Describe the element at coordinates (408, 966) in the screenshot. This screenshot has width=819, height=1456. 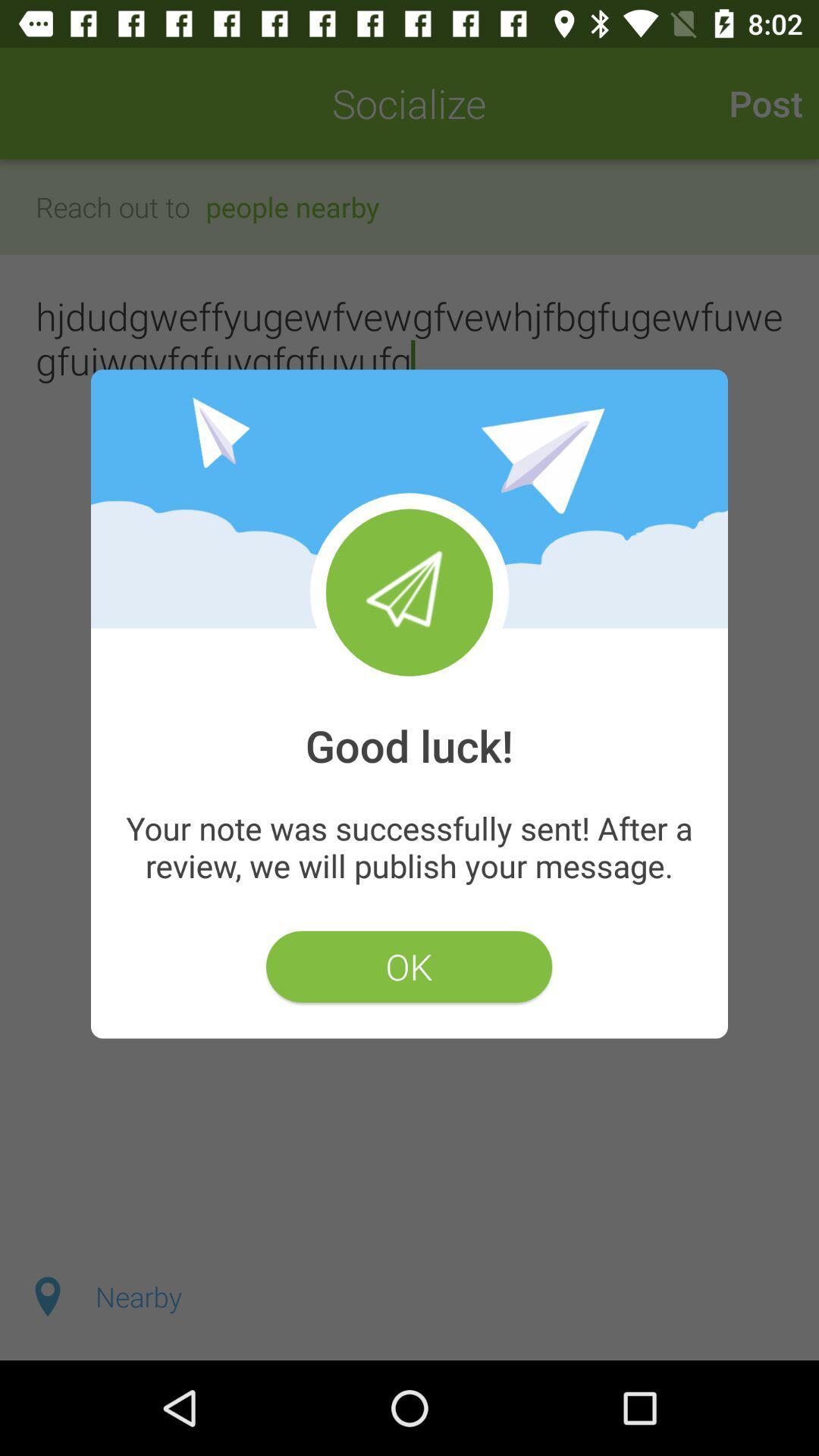
I see `ok icon` at that location.